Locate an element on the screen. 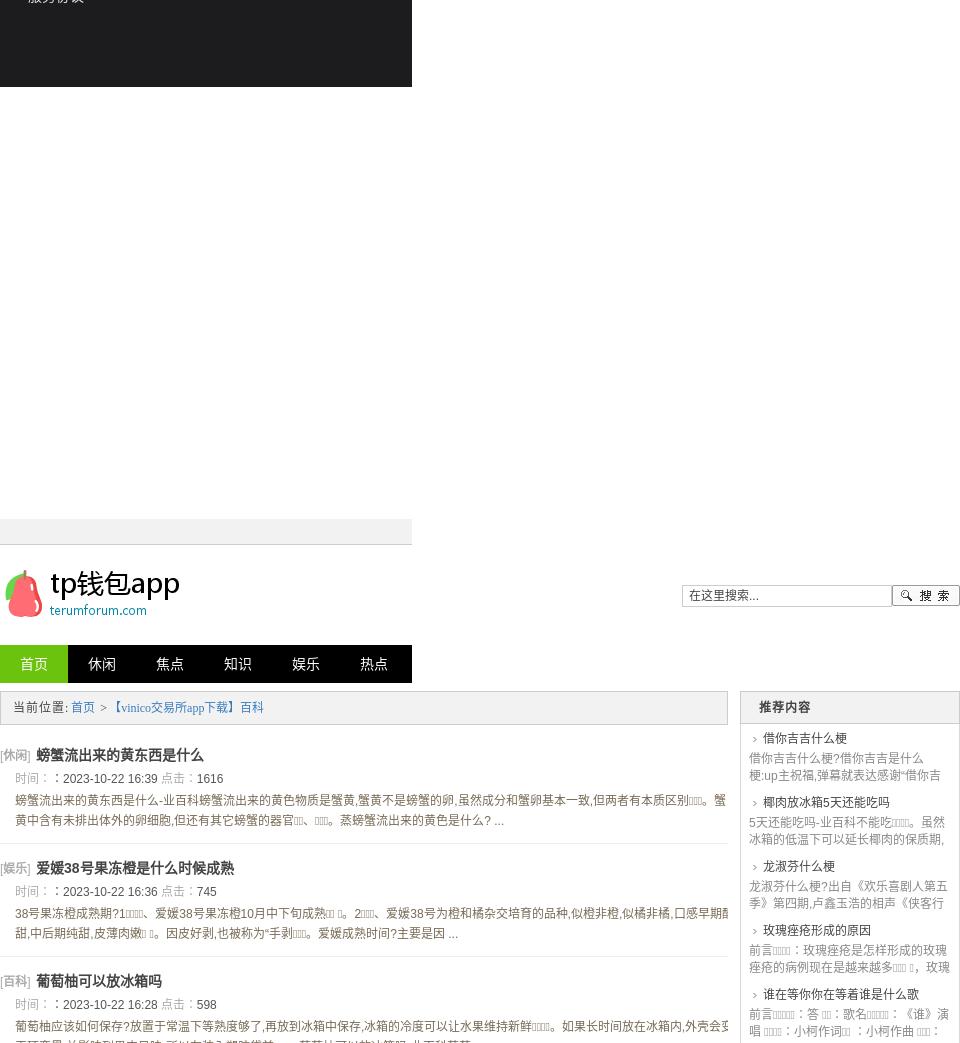 The width and height of the screenshot is (960, 1043). '>' is located at coordinates (102, 707).